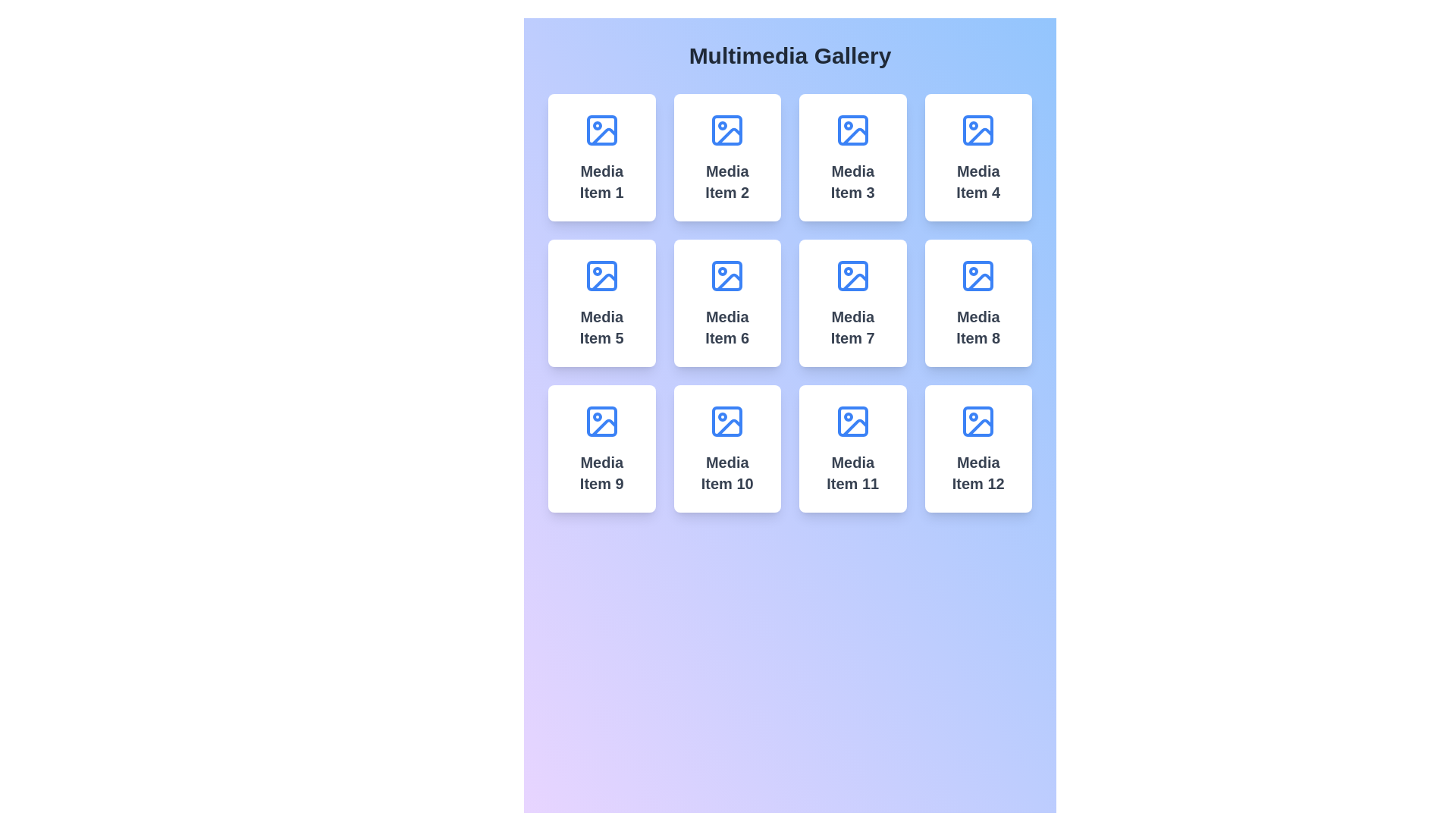 The width and height of the screenshot is (1456, 819). Describe the element at coordinates (603, 282) in the screenshot. I see `the decorative graphic element represented by a diagonal line segment within the icon of the media card labeled 'Media Item 5' located in the second row, first column of the media gallery grid` at that location.